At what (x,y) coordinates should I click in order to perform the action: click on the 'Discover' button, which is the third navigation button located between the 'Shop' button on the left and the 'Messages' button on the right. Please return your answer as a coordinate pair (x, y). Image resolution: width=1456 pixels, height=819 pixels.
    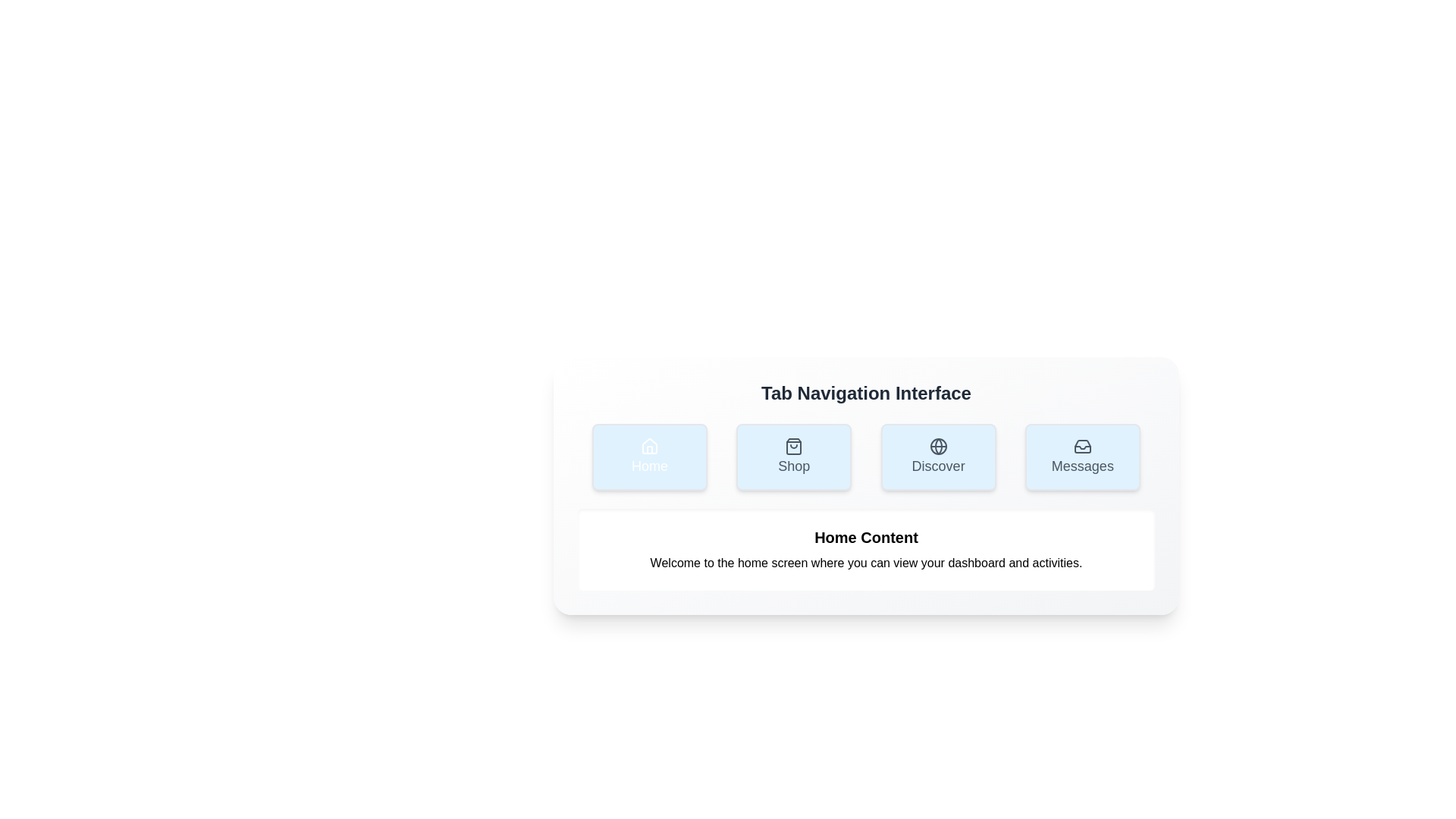
    Looking at the image, I should click on (937, 456).